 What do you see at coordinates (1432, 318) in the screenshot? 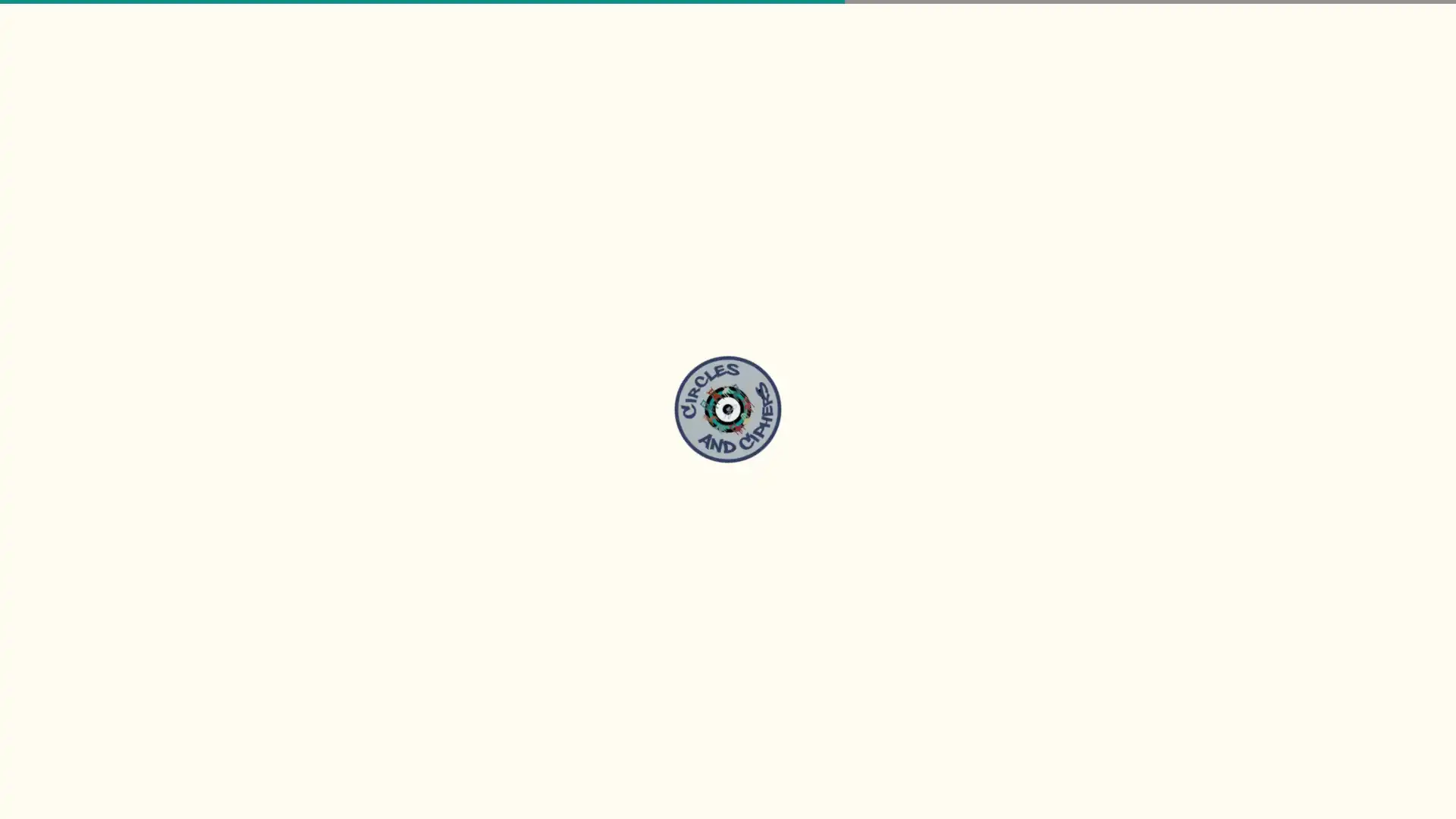
I see `next arrow` at bounding box center [1432, 318].